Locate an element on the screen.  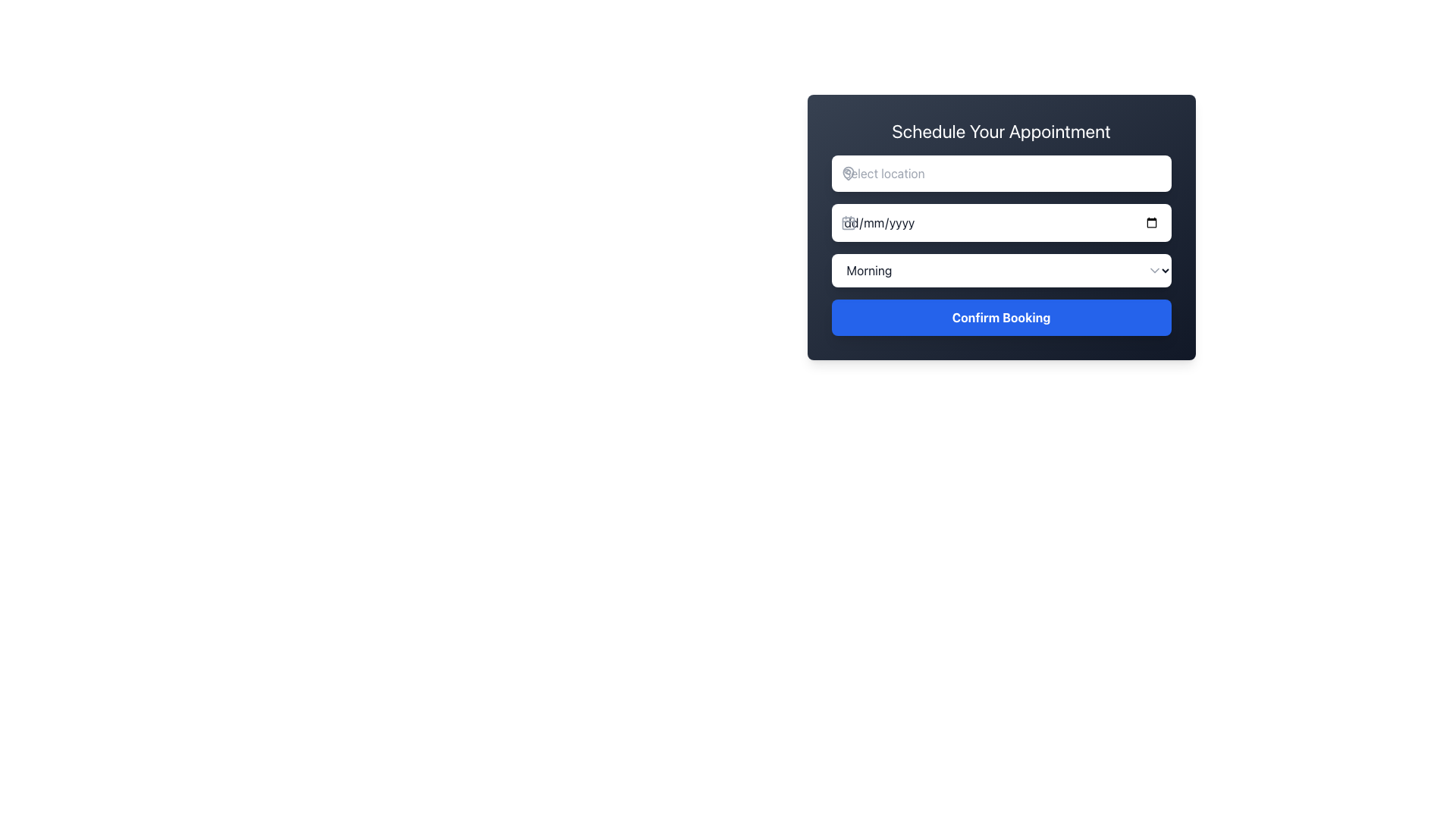
the Date Input Field, which is the second input field in the scheduling form is located at coordinates (1001, 222).